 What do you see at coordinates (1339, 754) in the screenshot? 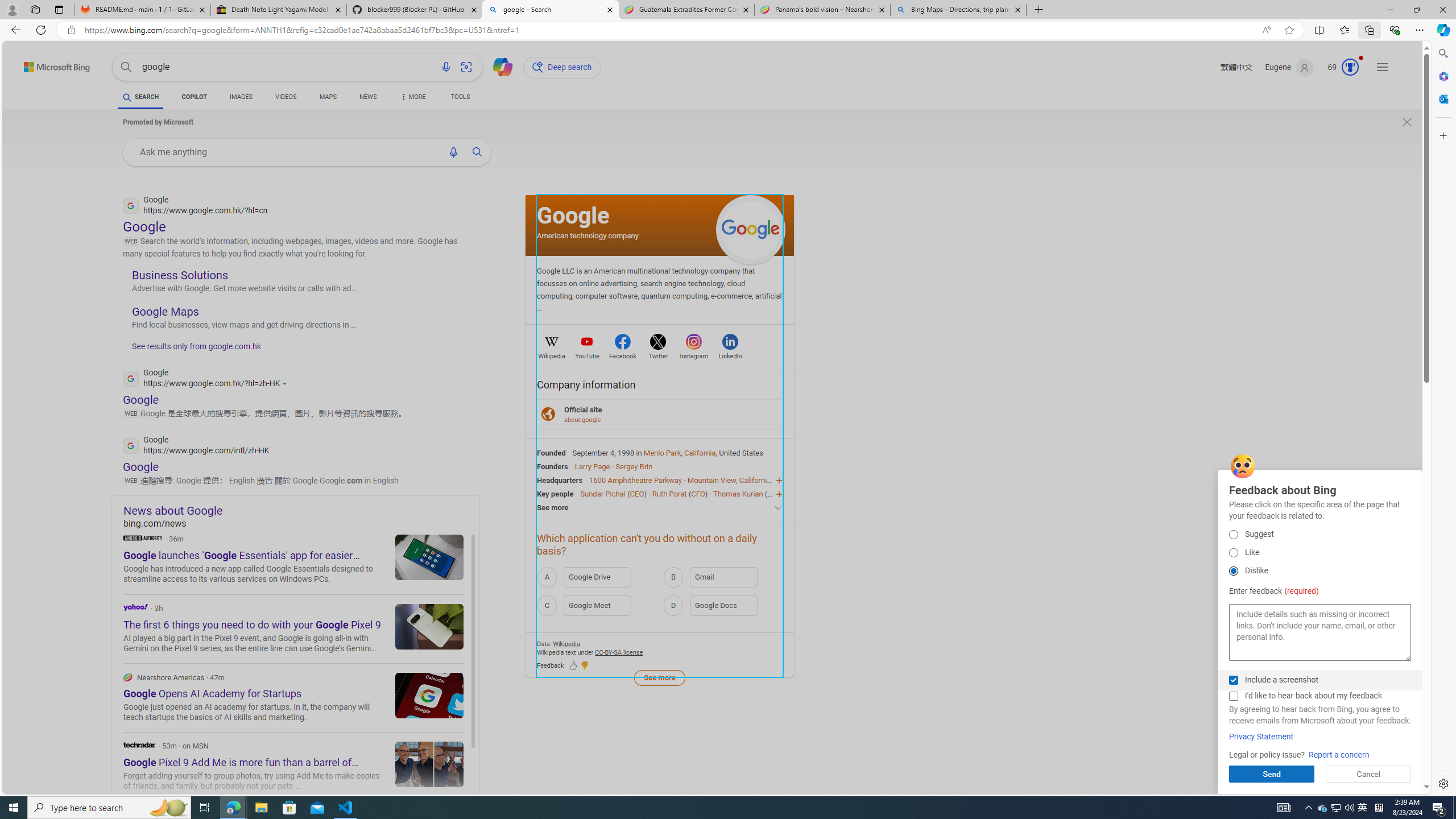
I see `'Report a concern'` at bounding box center [1339, 754].